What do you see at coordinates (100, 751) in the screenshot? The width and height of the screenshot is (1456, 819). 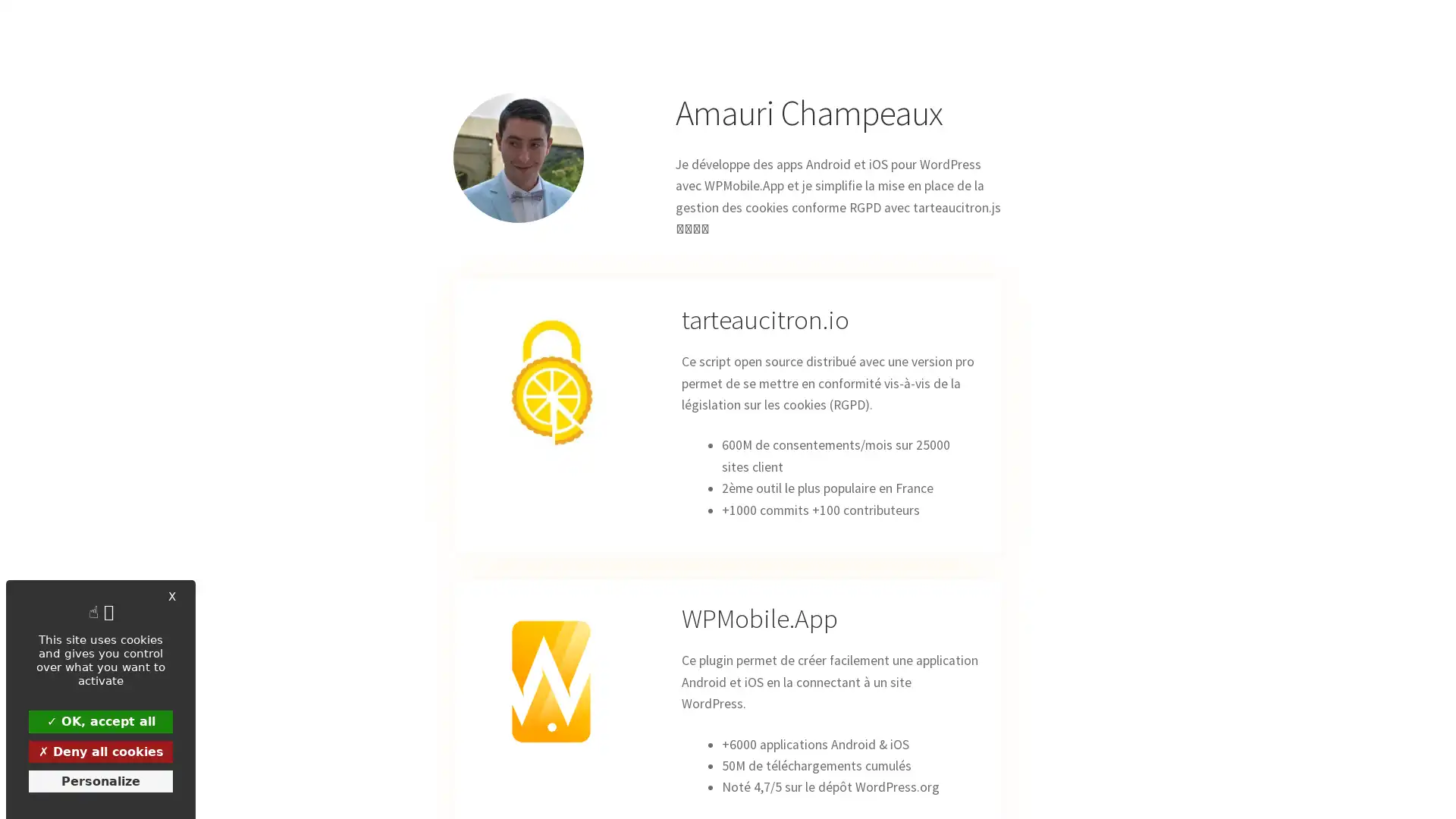 I see `Deny all cookies` at bounding box center [100, 751].